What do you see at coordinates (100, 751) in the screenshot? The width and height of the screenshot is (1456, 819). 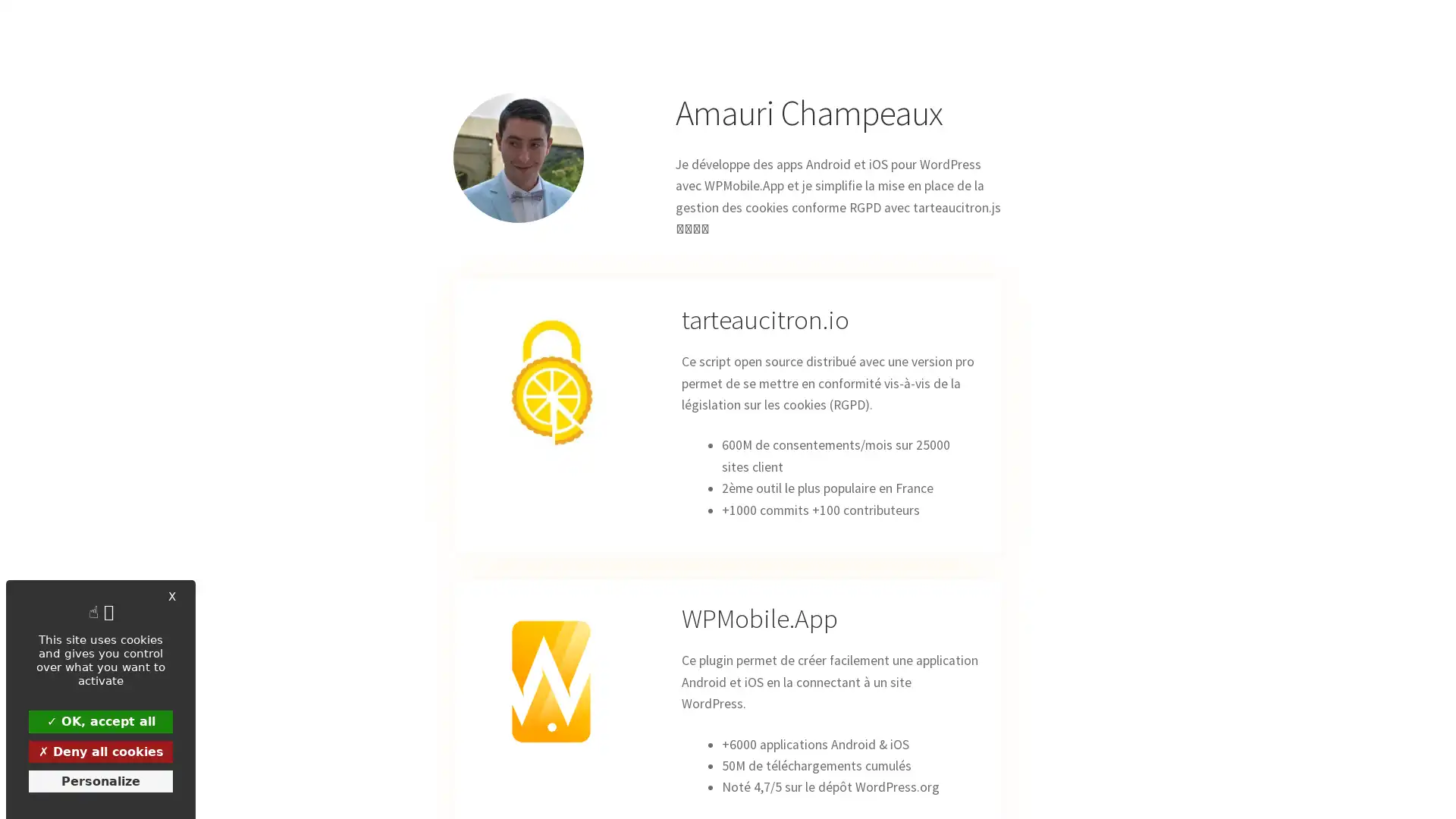 I see `Deny all cookies` at bounding box center [100, 751].